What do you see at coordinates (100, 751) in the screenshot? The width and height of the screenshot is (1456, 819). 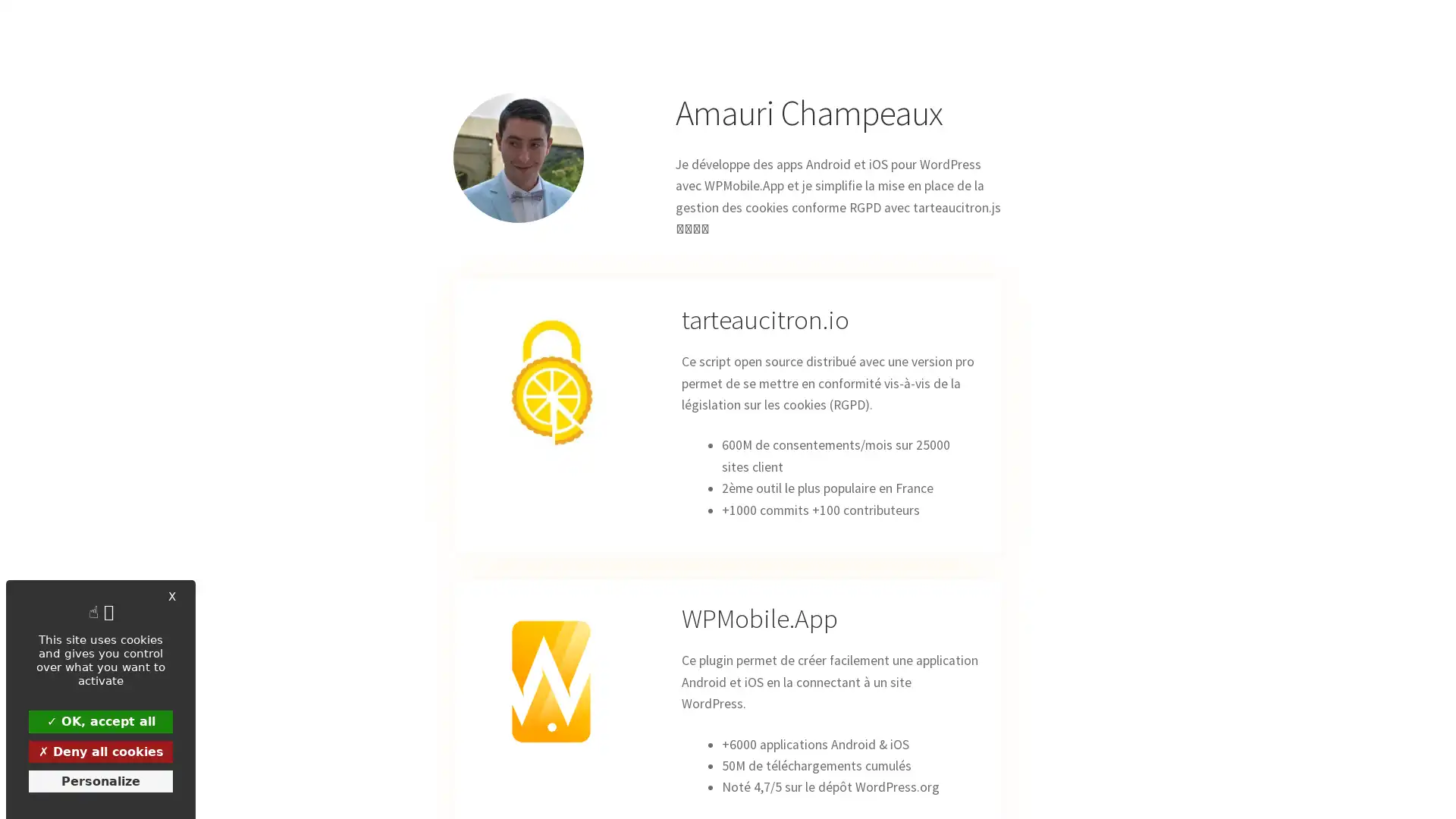 I see `Deny all cookies` at bounding box center [100, 751].